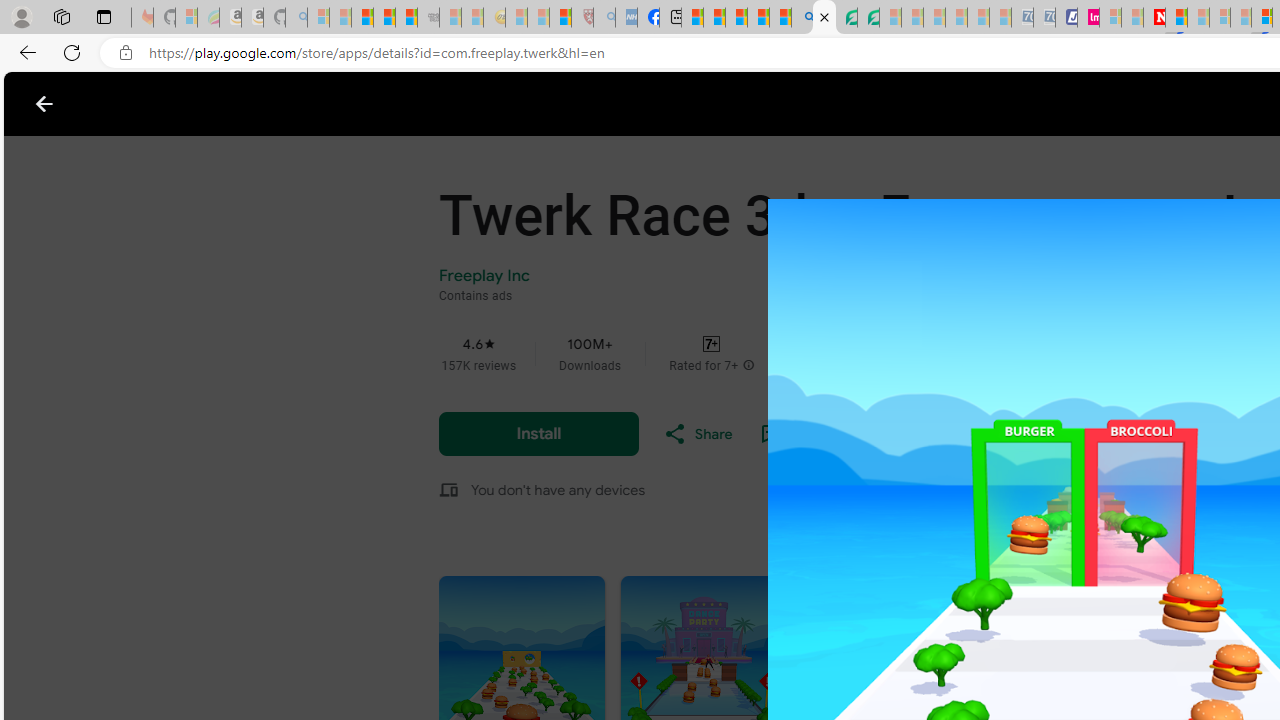 Image resolution: width=1280 pixels, height=720 pixels. Describe the element at coordinates (558, 489) in the screenshot. I see `'You don'` at that location.